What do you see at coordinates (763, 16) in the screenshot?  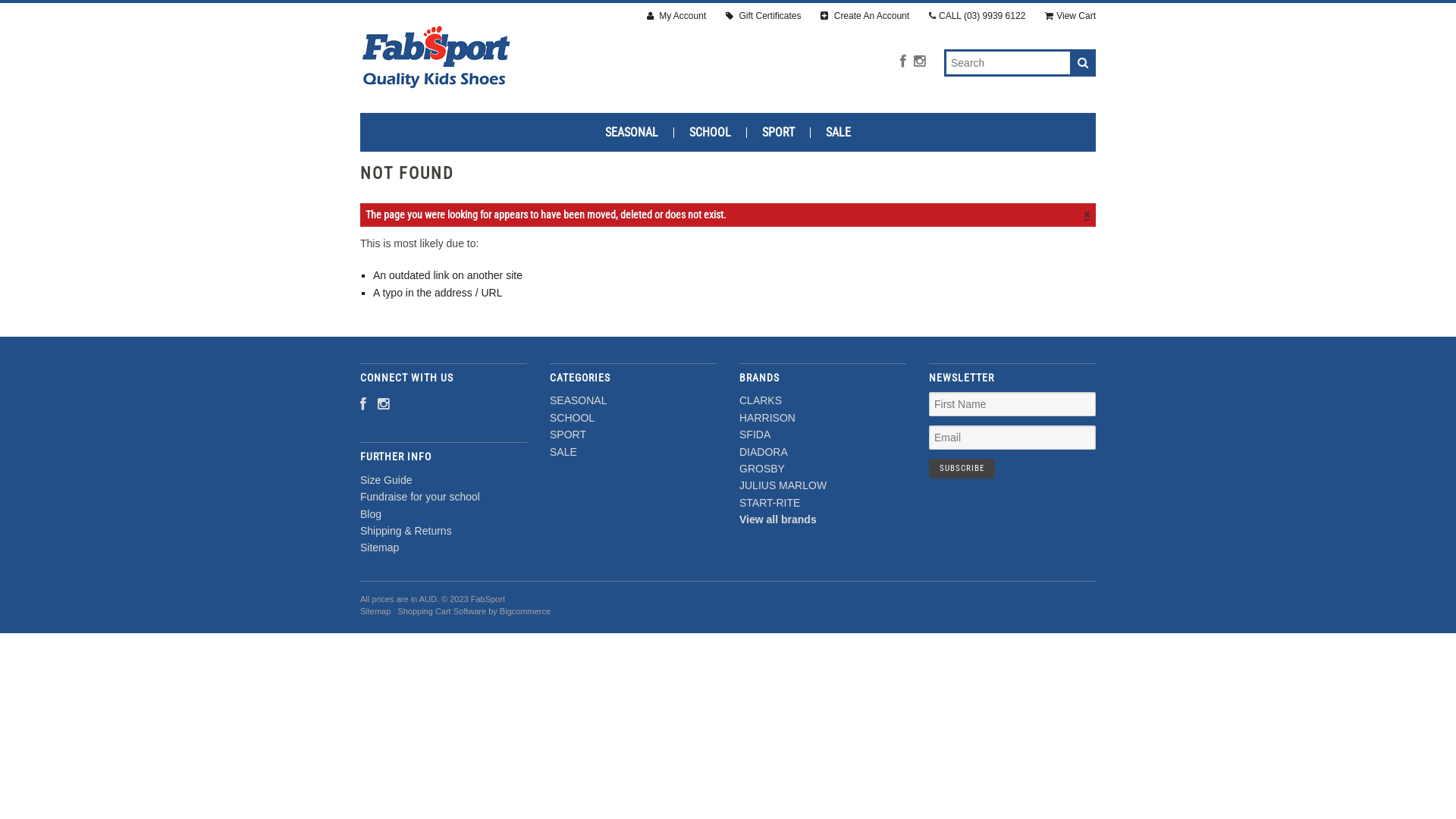 I see `'Gift Certificates'` at bounding box center [763, 16].